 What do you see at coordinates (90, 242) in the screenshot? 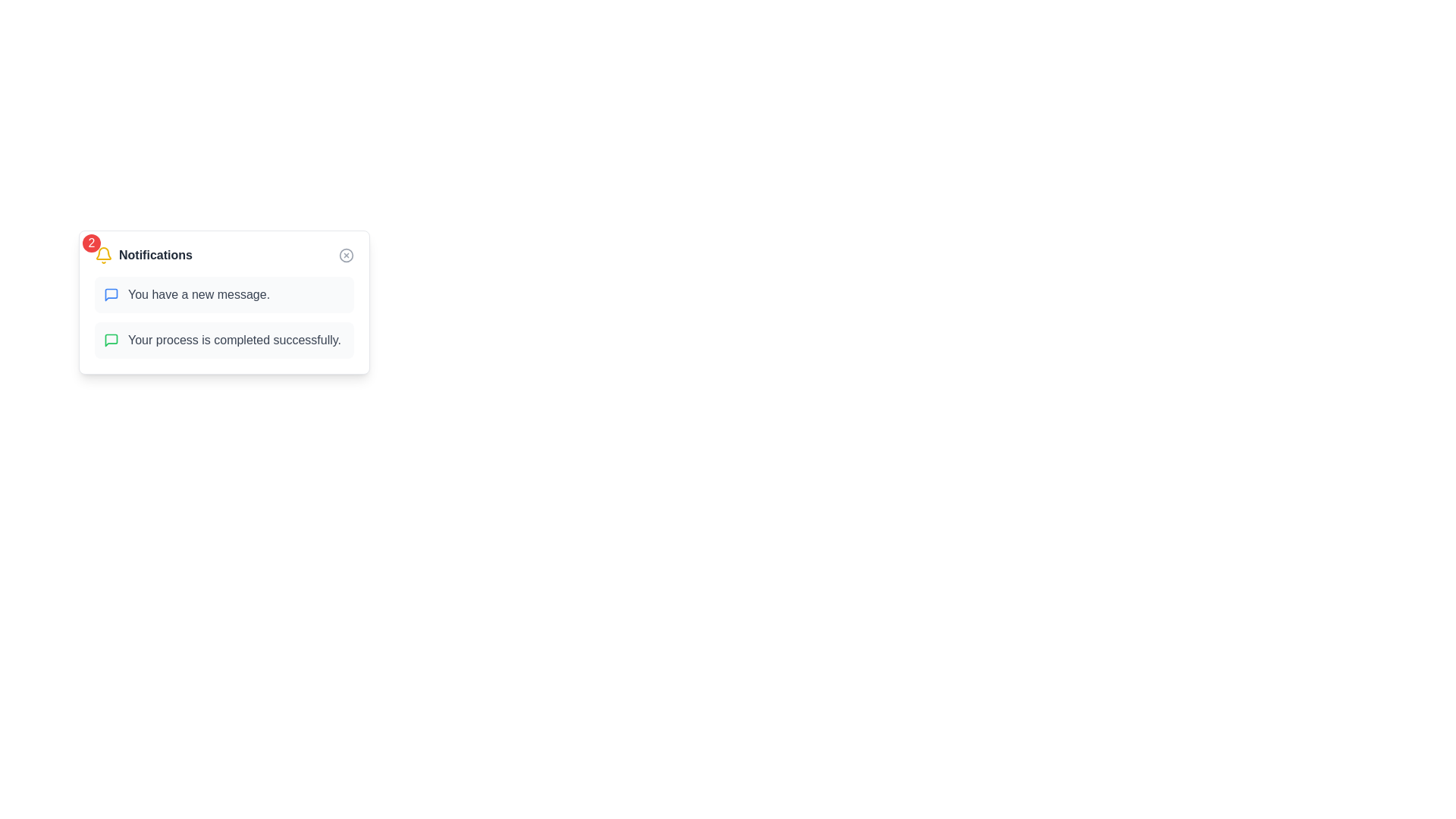
I see `the Badge that indicates the number of notifications, located at the top-left corner of the notification modal, near the bell icon and above the title 'Notifications'` at bounding box center [90, 242].